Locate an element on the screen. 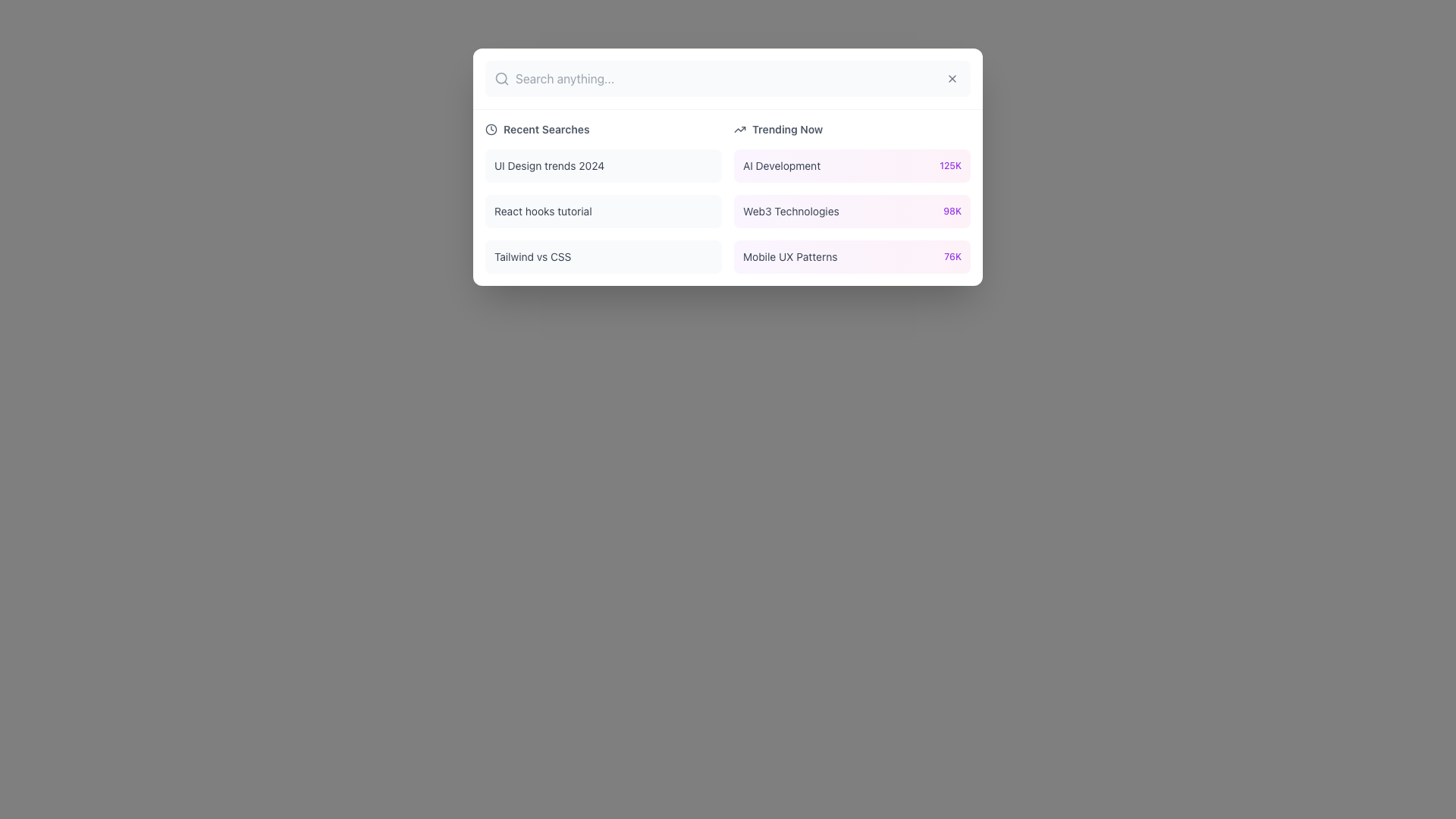 The image size is (1456, 819). the selectable list item displaying the trending topic 'AI Development' with the metric '125K' is located at coordinates (827, 152).